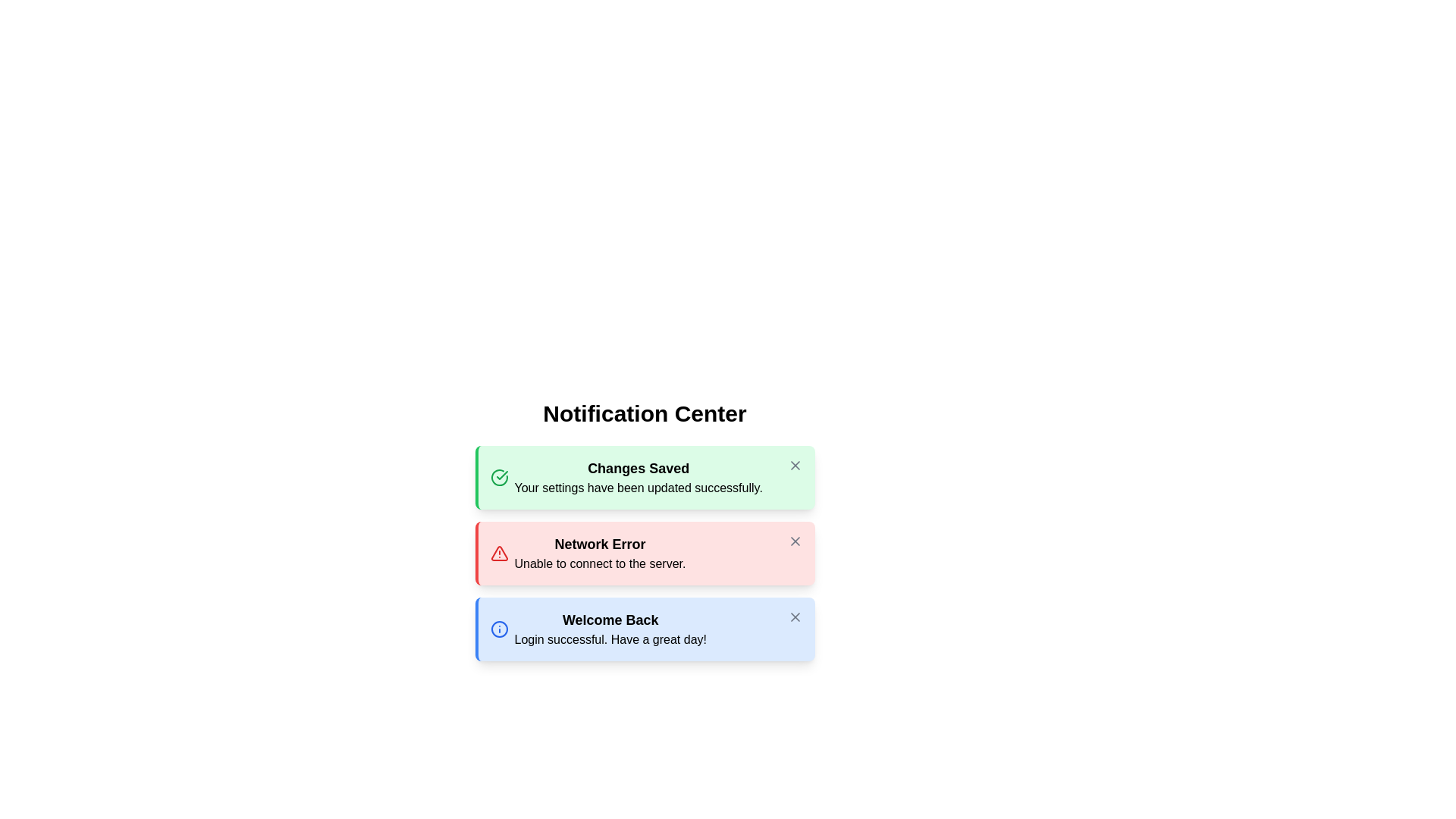  Describe the element at coordinates (794, 464) in the screenshot. I see `the 'X' icon button located in the upper-right corner of the green notification card labeled 'Changes Saved'` at that location.